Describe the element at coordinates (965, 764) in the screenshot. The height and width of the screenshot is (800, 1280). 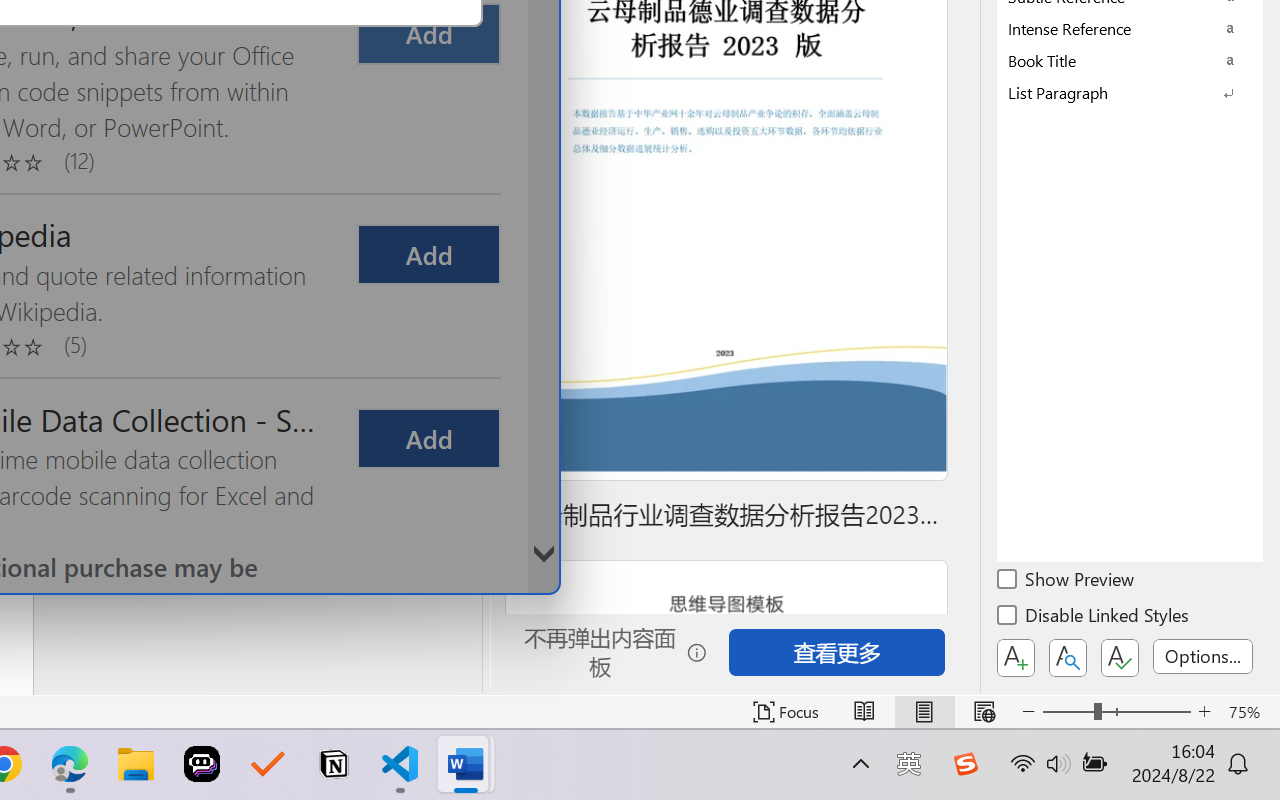
I see `'Class: Image'` at that location.